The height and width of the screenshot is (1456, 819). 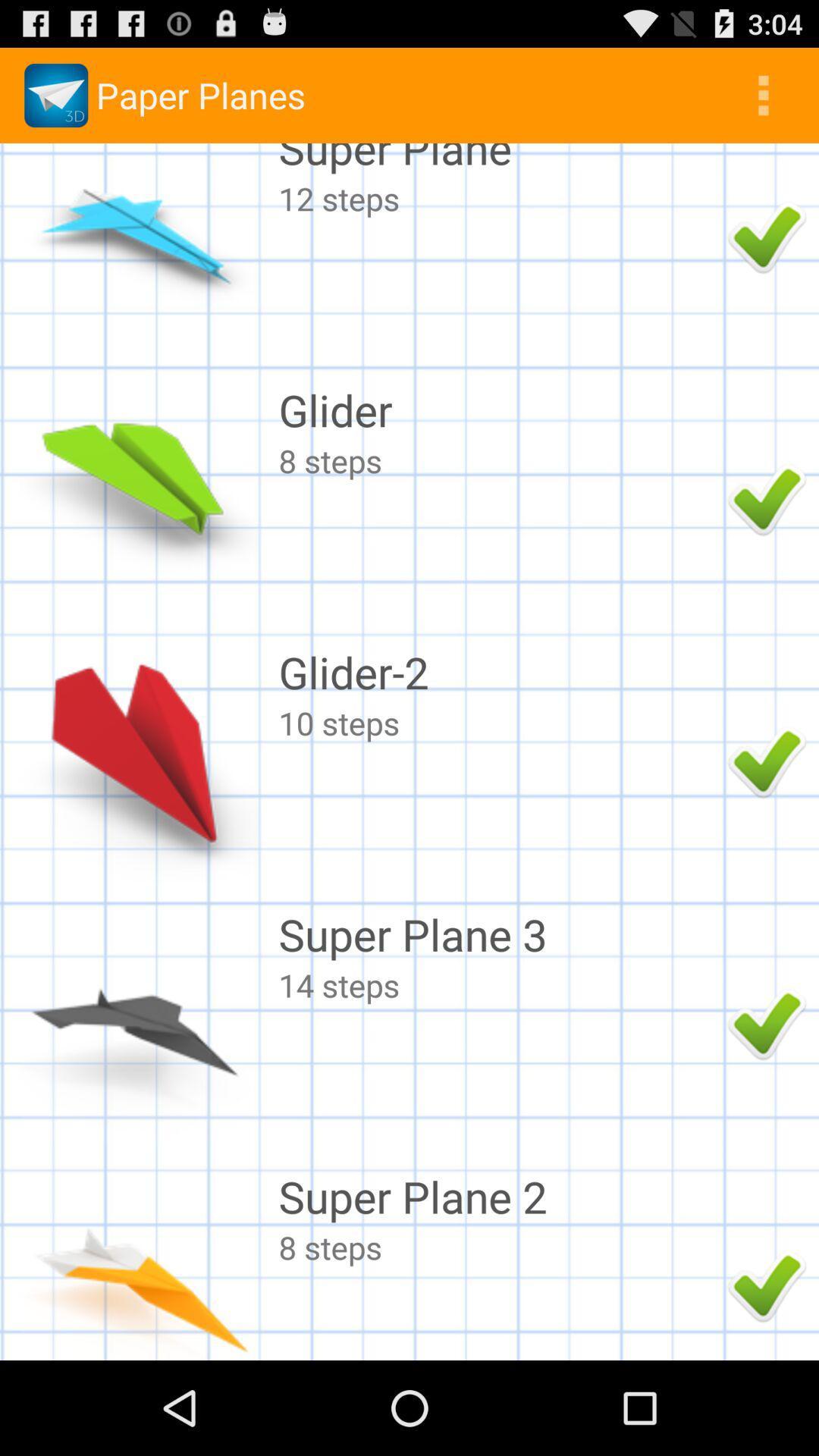 What do you see at coordinates (499, 197) in the screenshot?
I see `the icon above the glider icon` at bounding box center [499, 197].